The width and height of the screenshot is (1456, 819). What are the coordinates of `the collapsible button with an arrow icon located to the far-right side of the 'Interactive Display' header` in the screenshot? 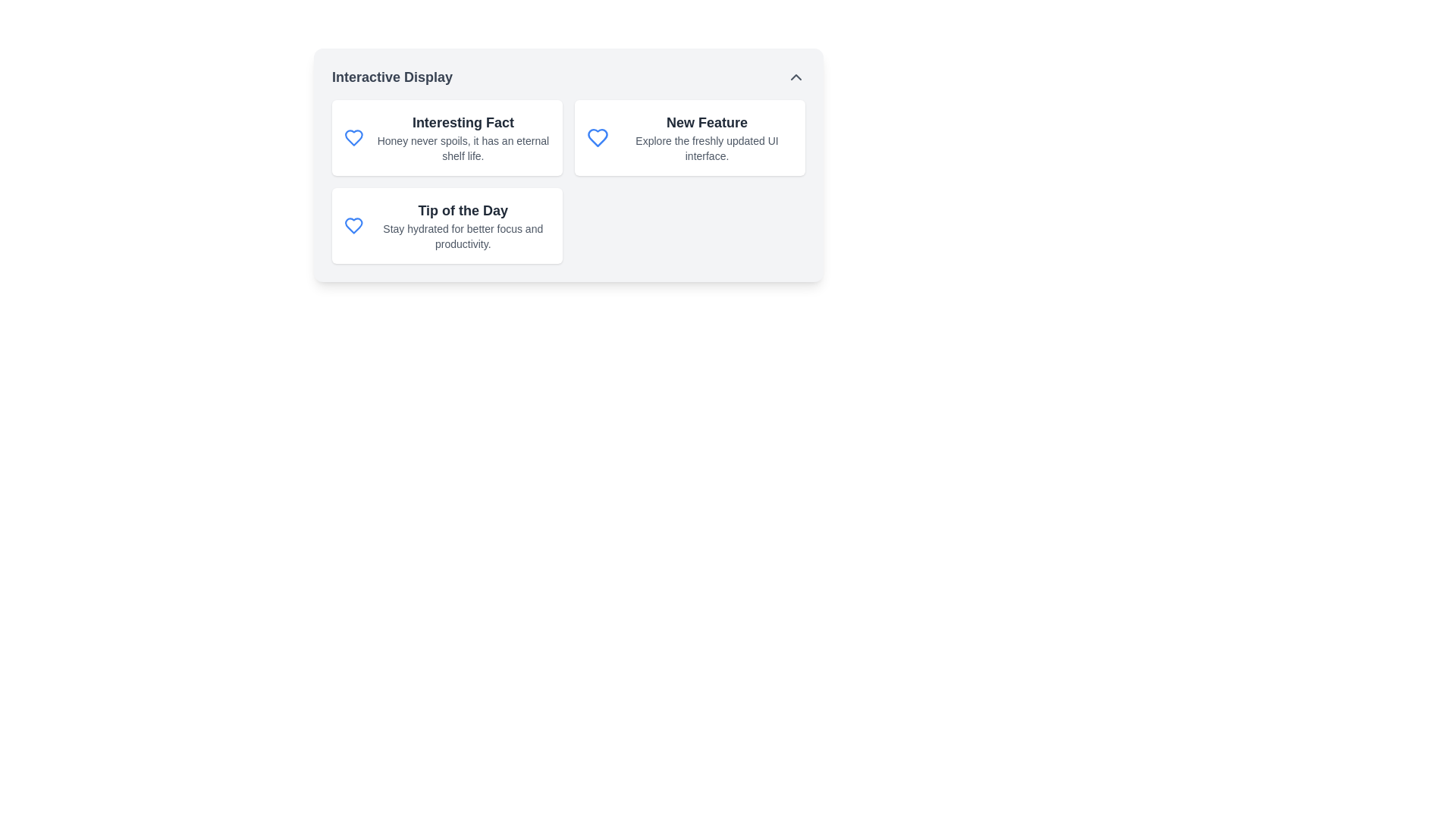 It's located at (795, 77).